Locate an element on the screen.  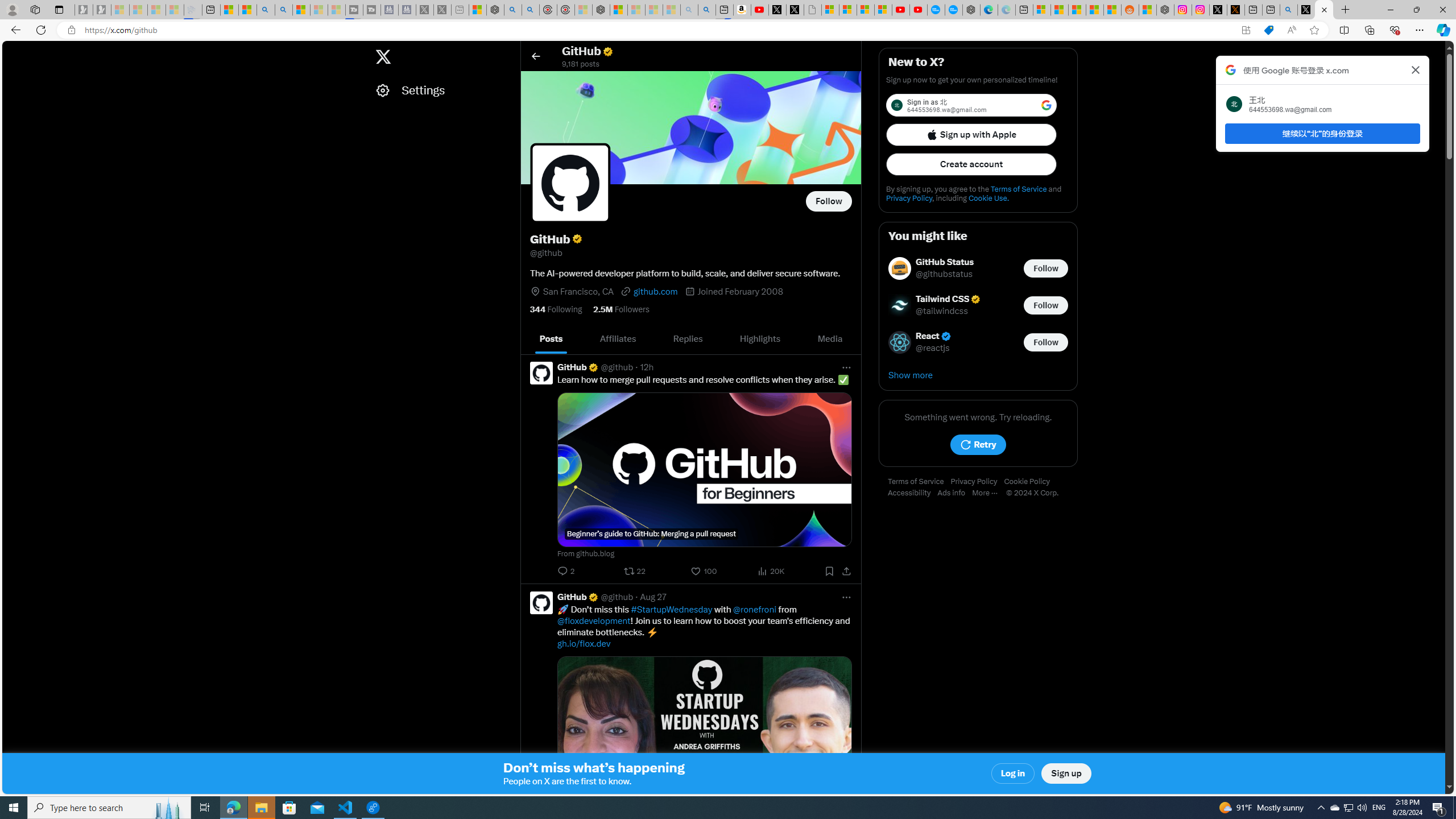
'YouTube Kids - An App Created for Kids to Explore Content' is located at coordinates (918, 9).